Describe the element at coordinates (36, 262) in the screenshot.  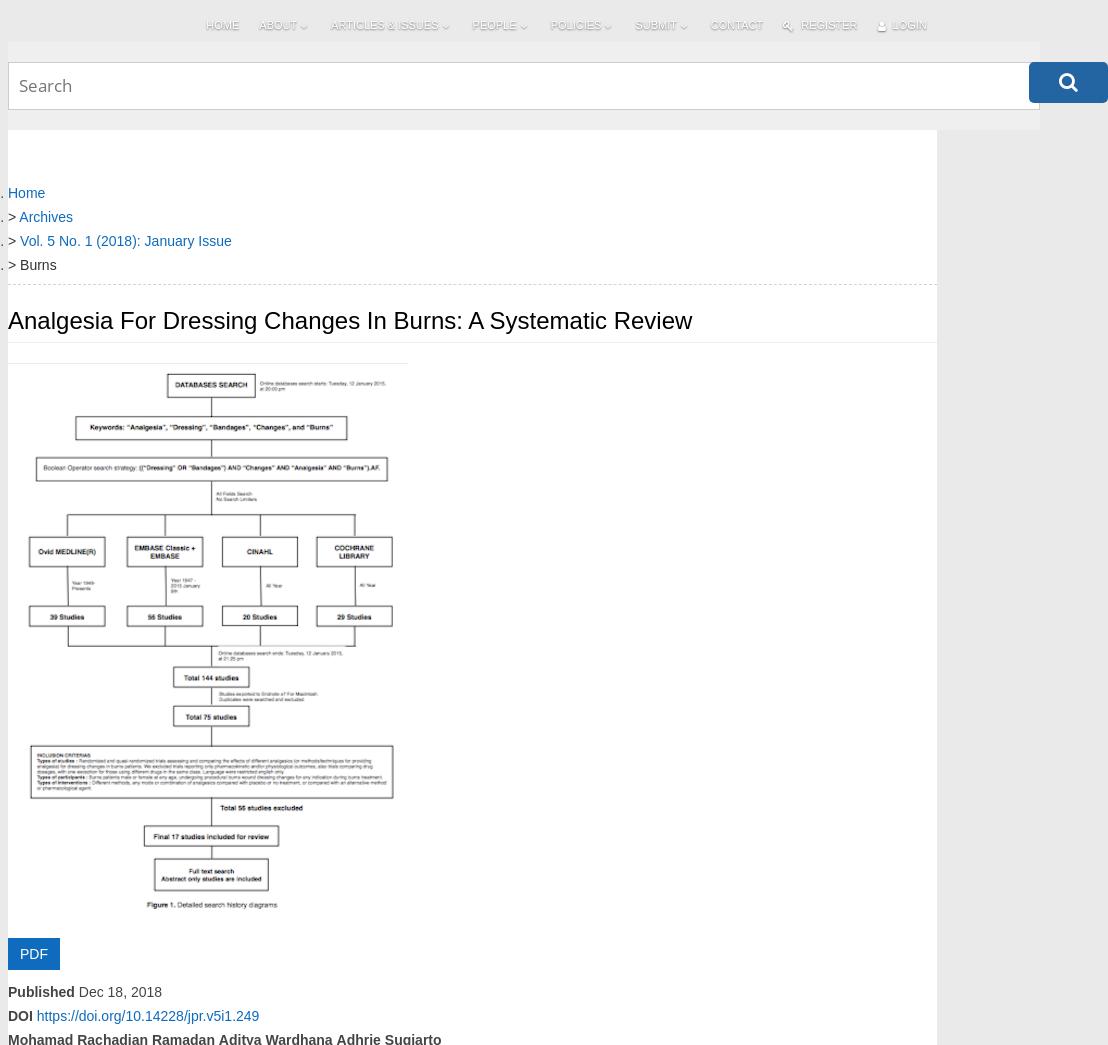
I see `'Burns'` at that location.